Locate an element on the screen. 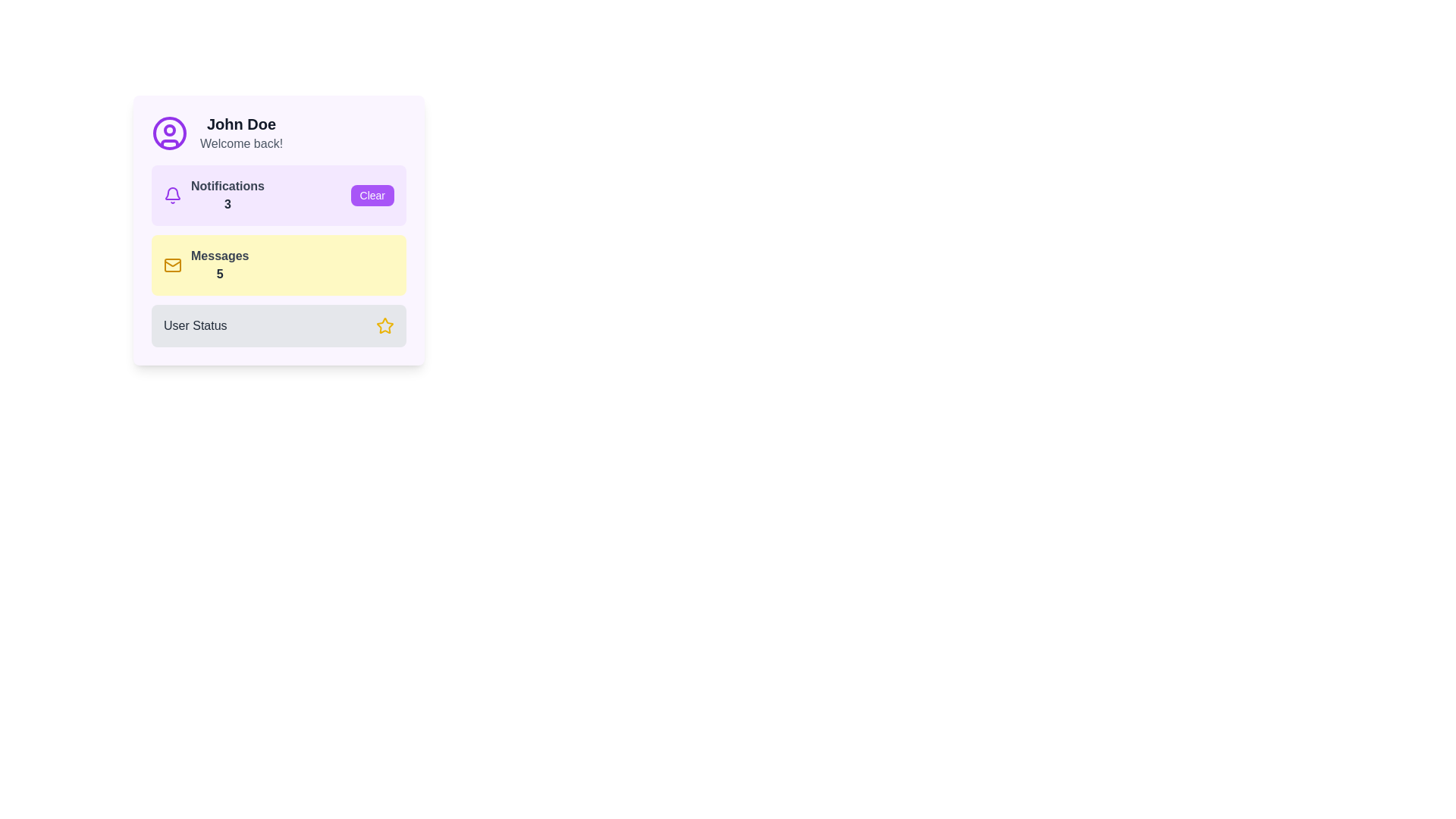 This screenshot has width=1456, height=819. the text label displaying the number '3' in bold gray font, positioned beneath 'Notifications' is located at coordinates (227, 203).